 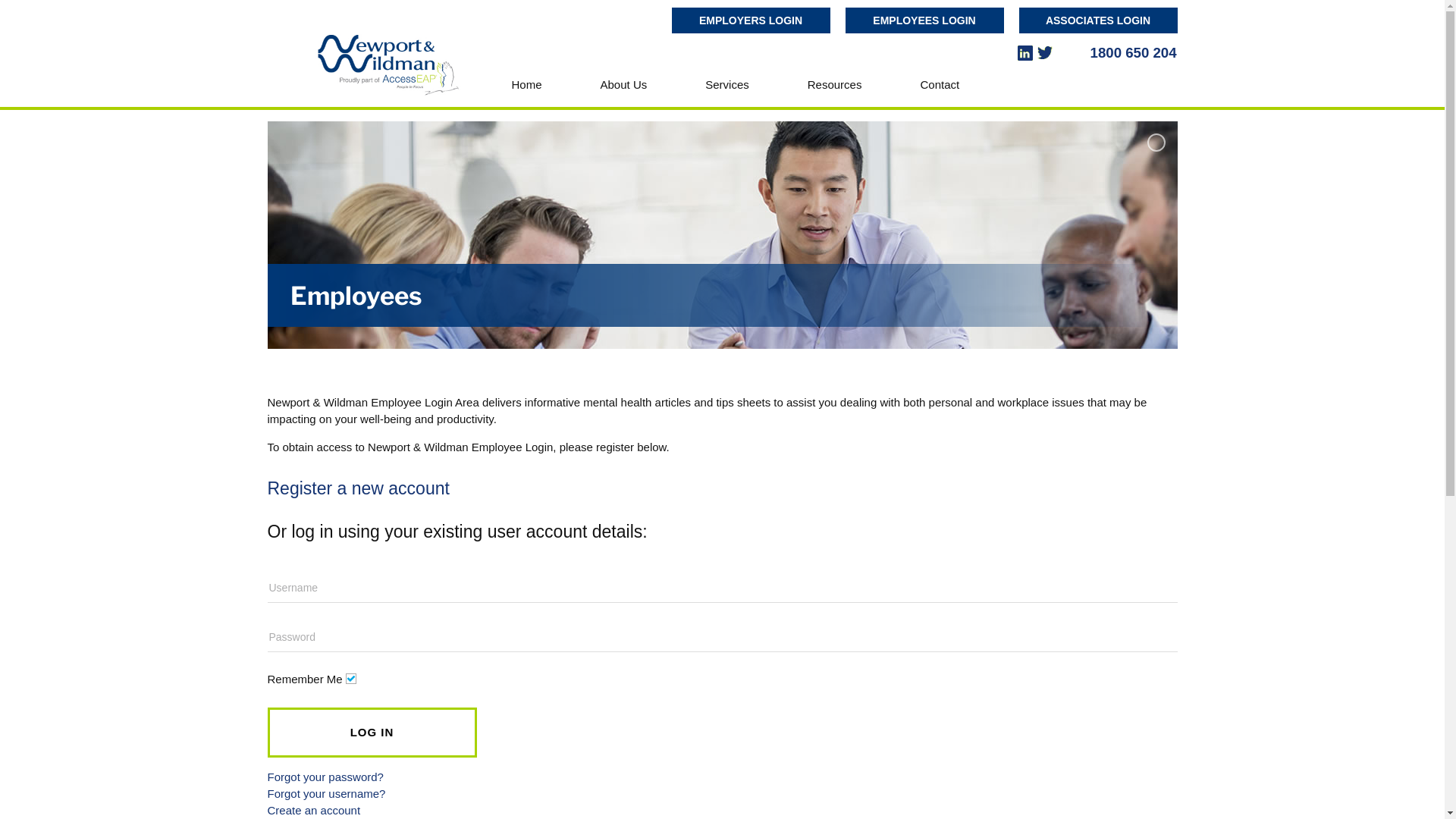 I want to click on 'Forgot your username?', so click(x=325, y=792).